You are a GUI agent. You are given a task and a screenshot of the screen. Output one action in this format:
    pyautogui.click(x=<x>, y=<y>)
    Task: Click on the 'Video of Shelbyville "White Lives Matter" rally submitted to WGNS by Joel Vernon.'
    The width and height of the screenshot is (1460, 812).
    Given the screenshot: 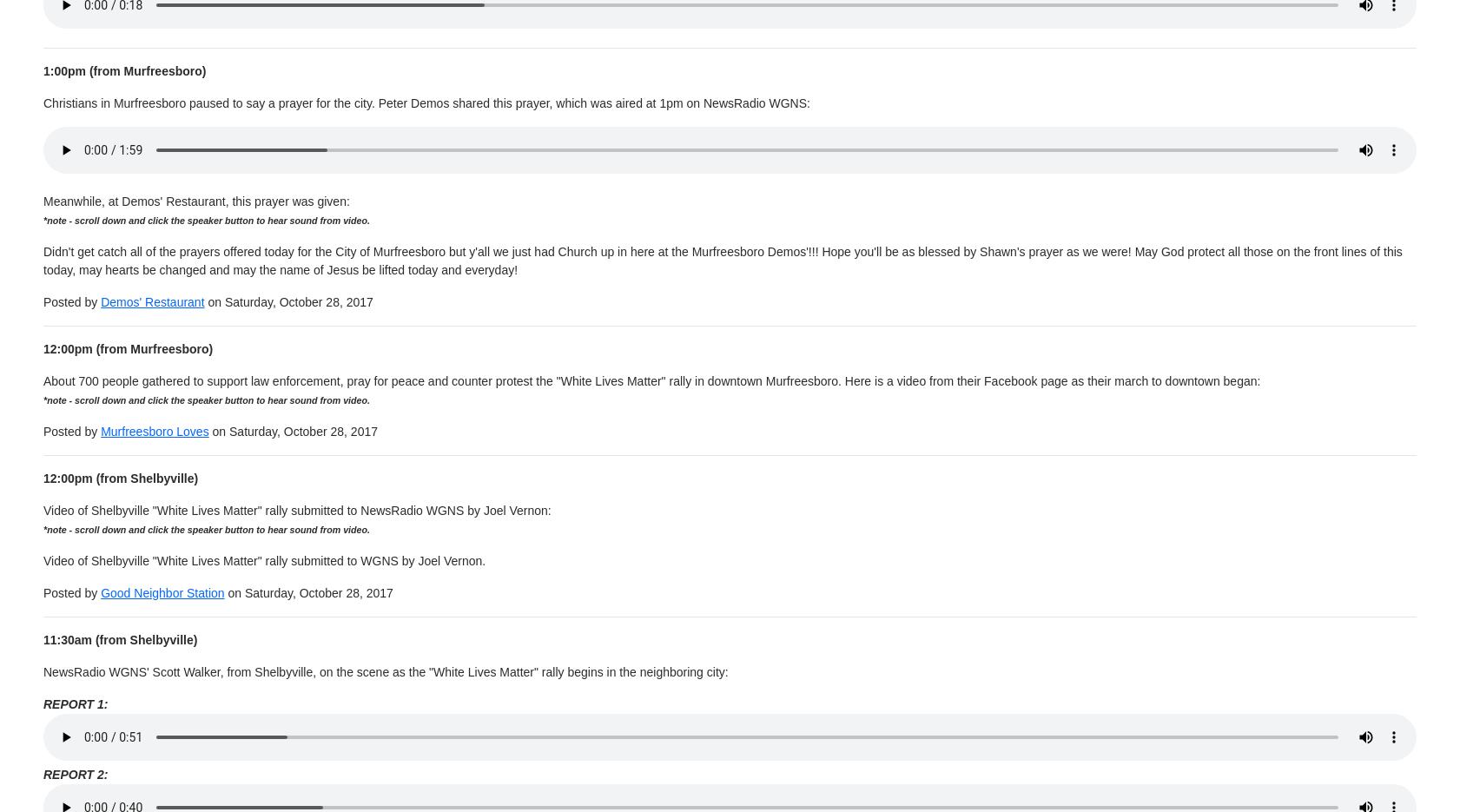 What is the action you would take?
    pyautogui.click(x=263, y=559)
    